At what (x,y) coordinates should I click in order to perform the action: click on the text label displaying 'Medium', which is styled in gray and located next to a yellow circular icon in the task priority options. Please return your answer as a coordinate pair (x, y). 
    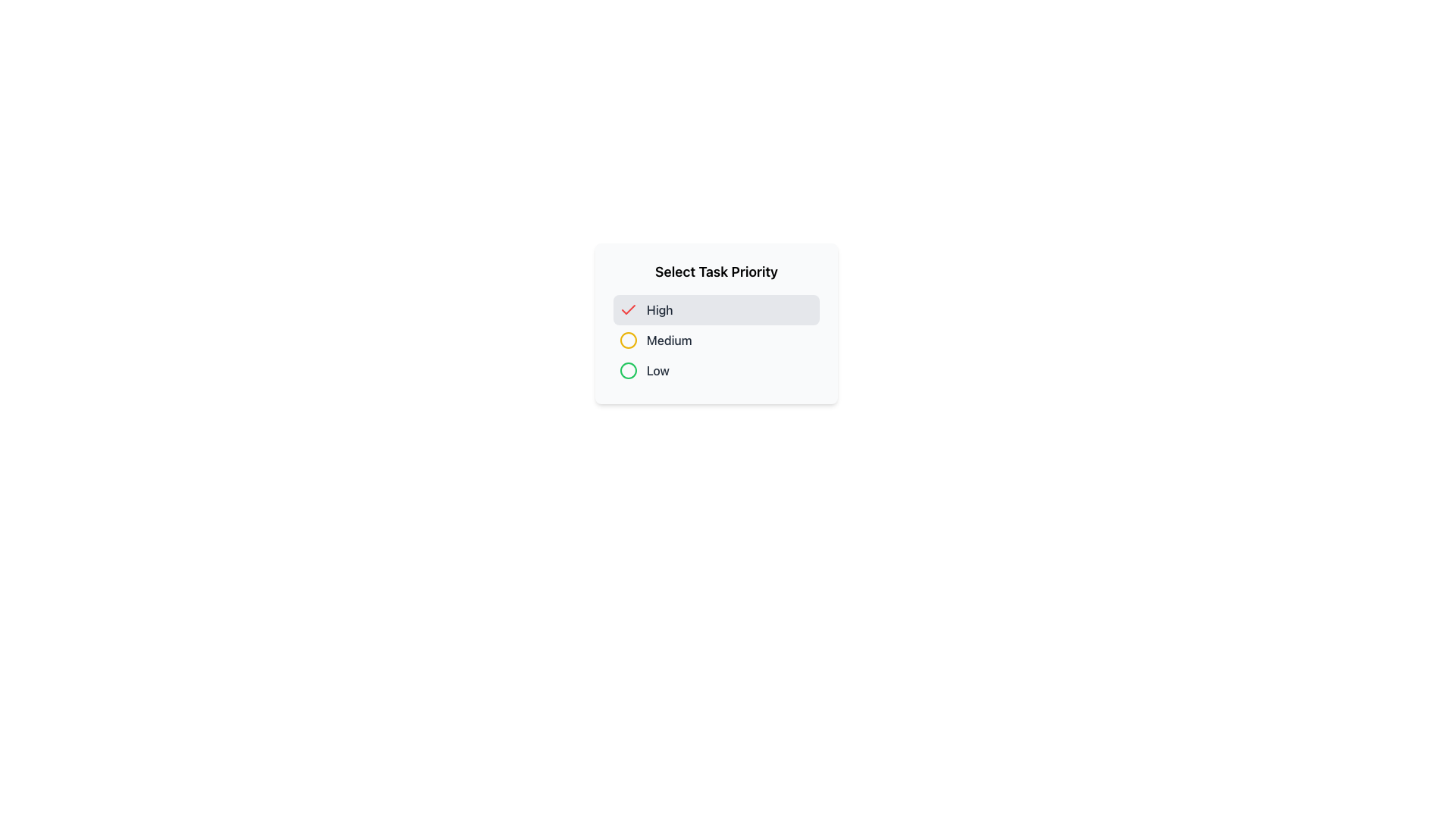
    Looking at the image, I should click on (668, 339).